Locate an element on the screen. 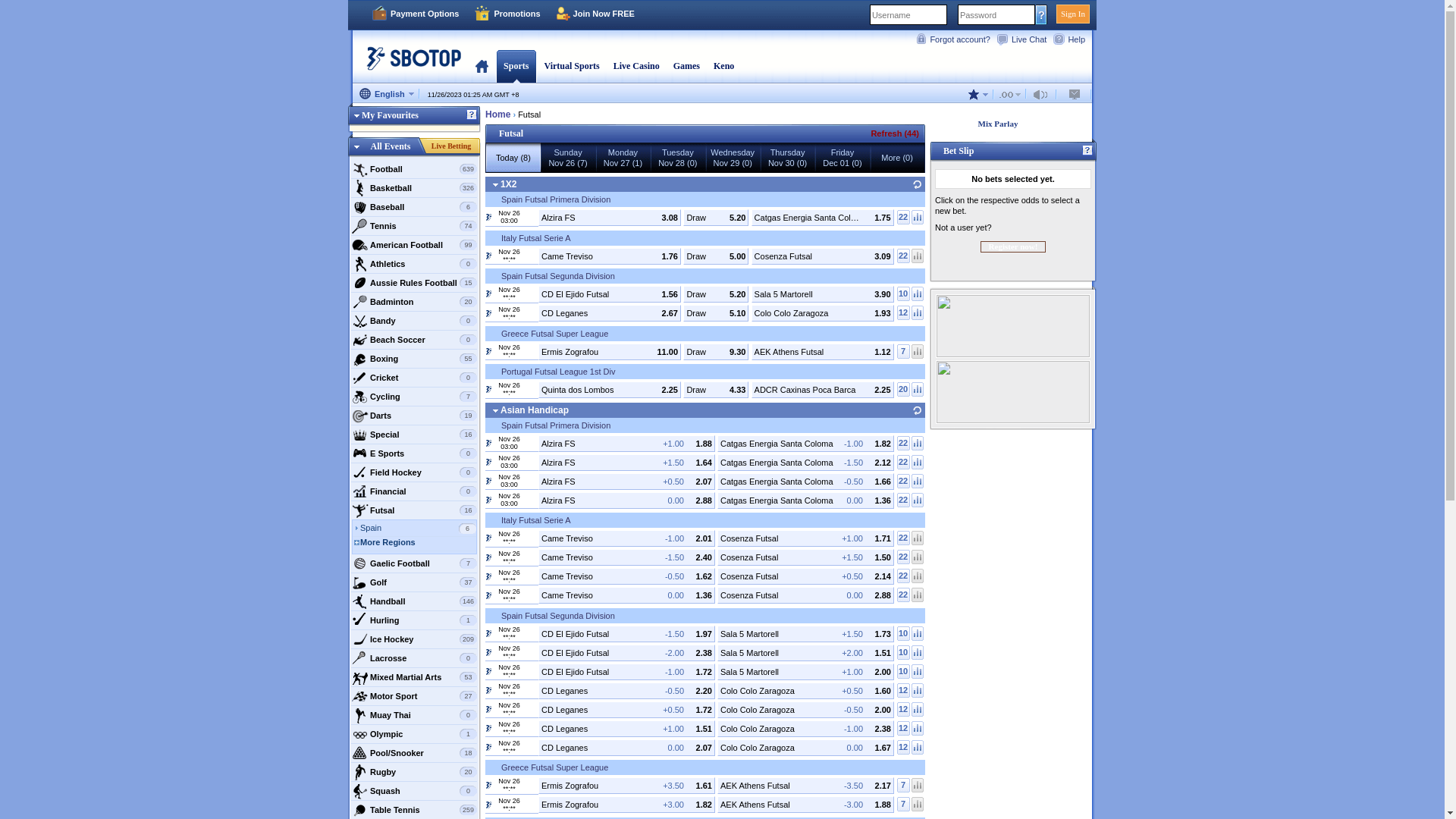 The width and height of the screenshot is (1456, 819). '12' is located at coordinates (903, 726).